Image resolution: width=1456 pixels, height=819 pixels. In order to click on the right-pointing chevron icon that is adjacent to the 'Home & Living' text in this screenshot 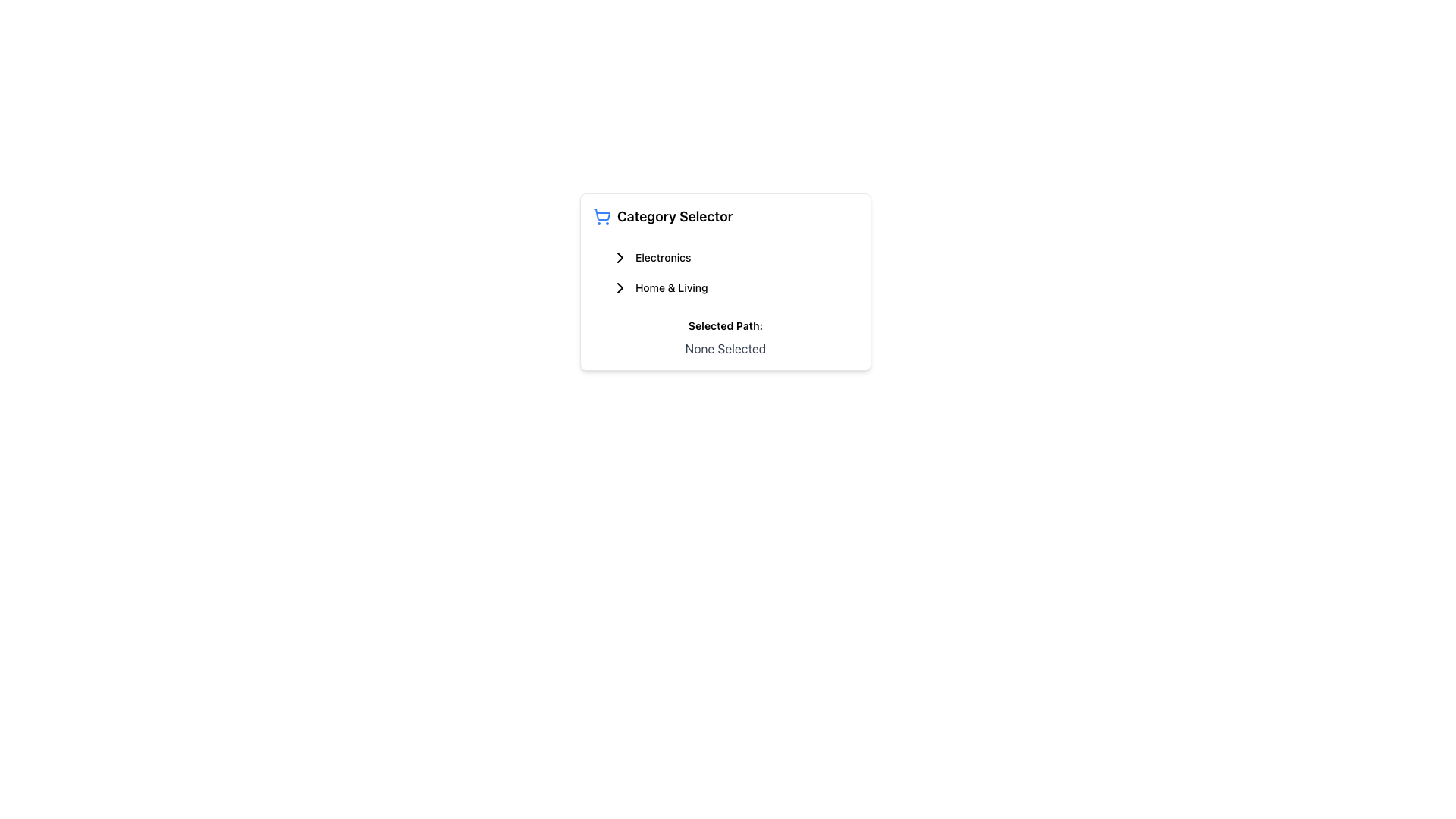, I will do `click(620, 288)`.